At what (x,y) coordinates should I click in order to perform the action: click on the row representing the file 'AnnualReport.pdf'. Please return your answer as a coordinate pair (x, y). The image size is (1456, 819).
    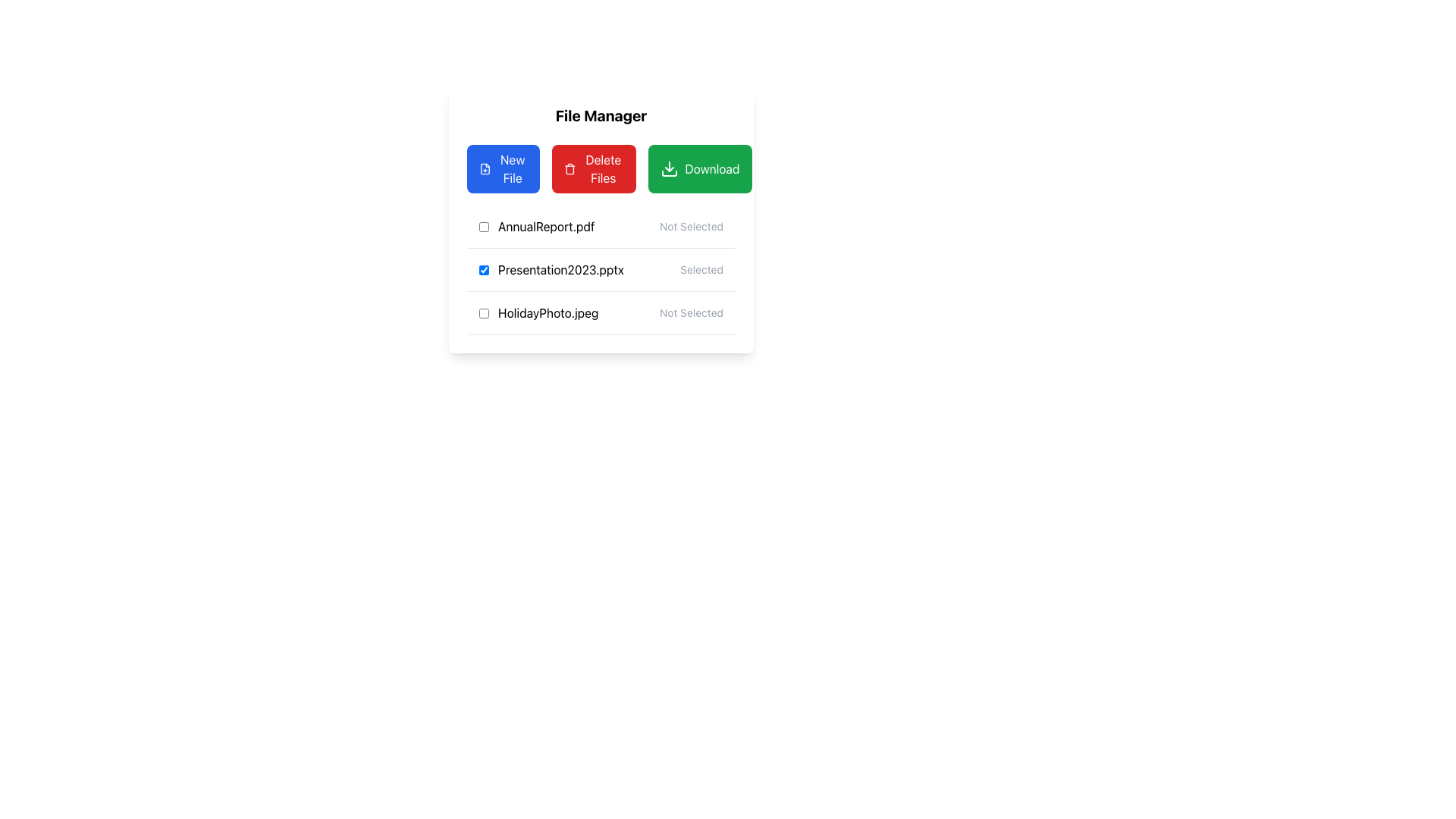
    Looking at the image, I should click on (600, 227).